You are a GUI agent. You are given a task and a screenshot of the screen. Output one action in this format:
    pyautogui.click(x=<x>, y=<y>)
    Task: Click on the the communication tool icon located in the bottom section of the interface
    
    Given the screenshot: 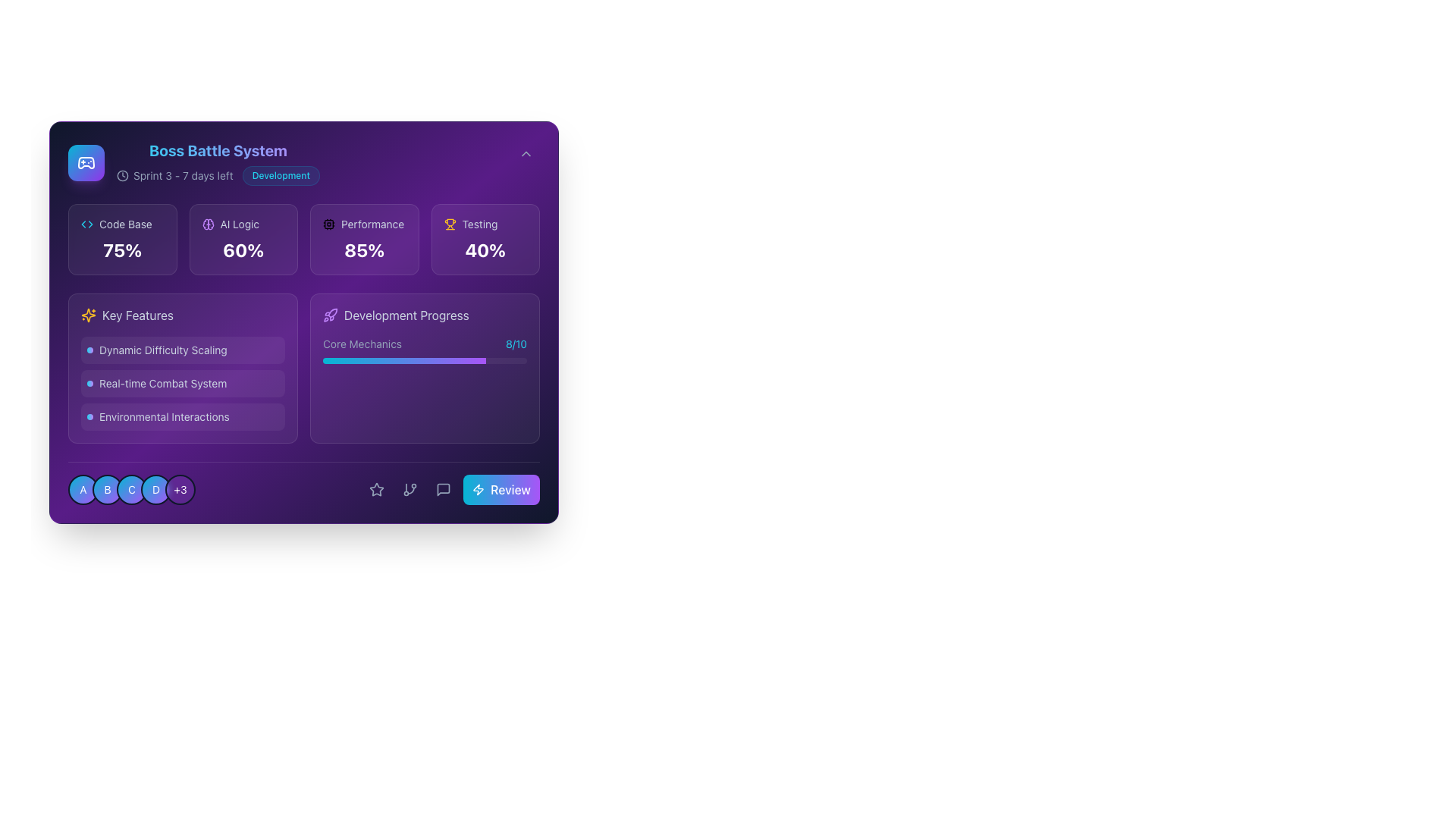 What is the action you would take?
    pyautogui.click(x=443, y=489)
    